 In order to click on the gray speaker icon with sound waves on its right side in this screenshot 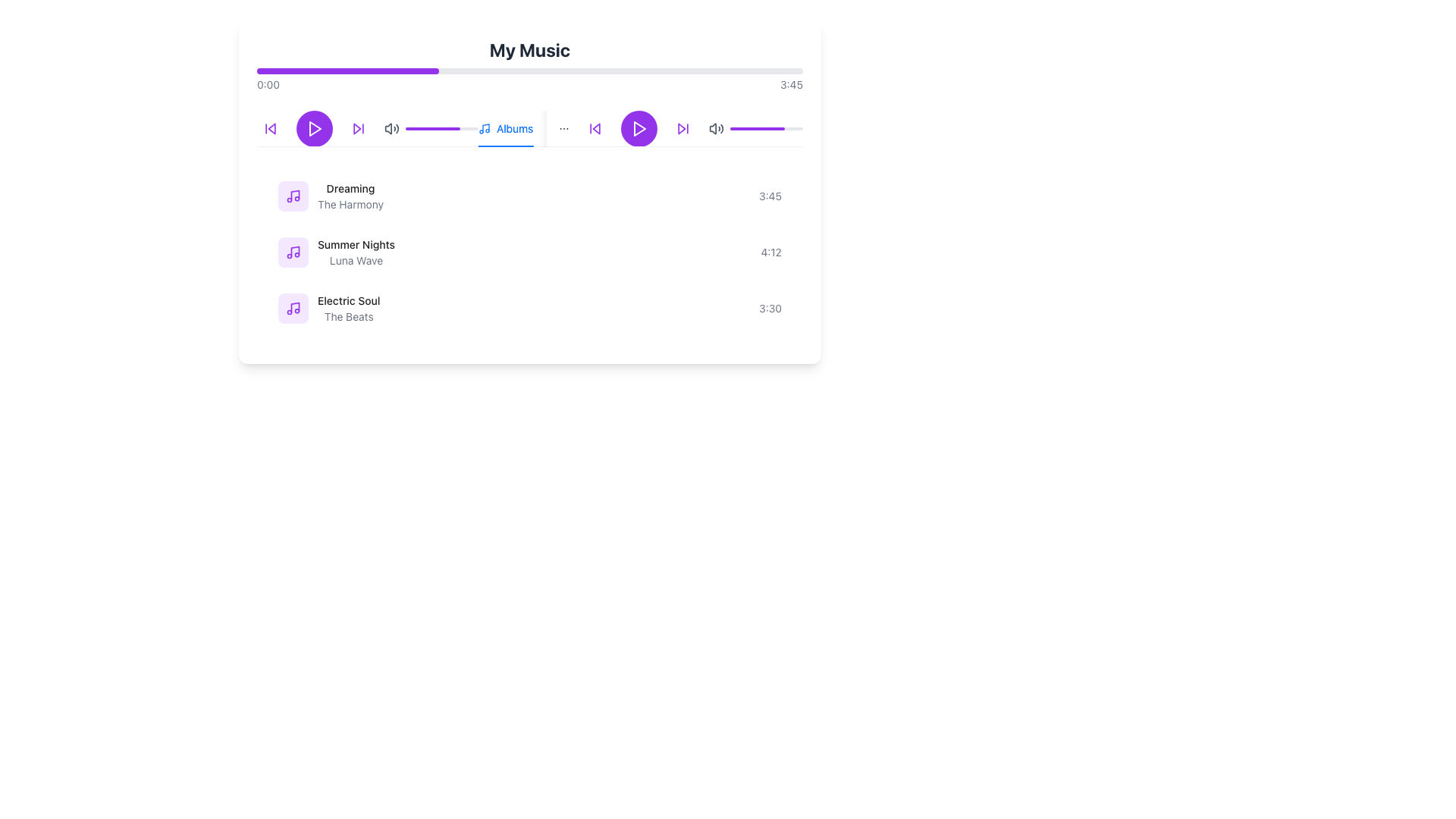, I will do `click(392, 127)`.